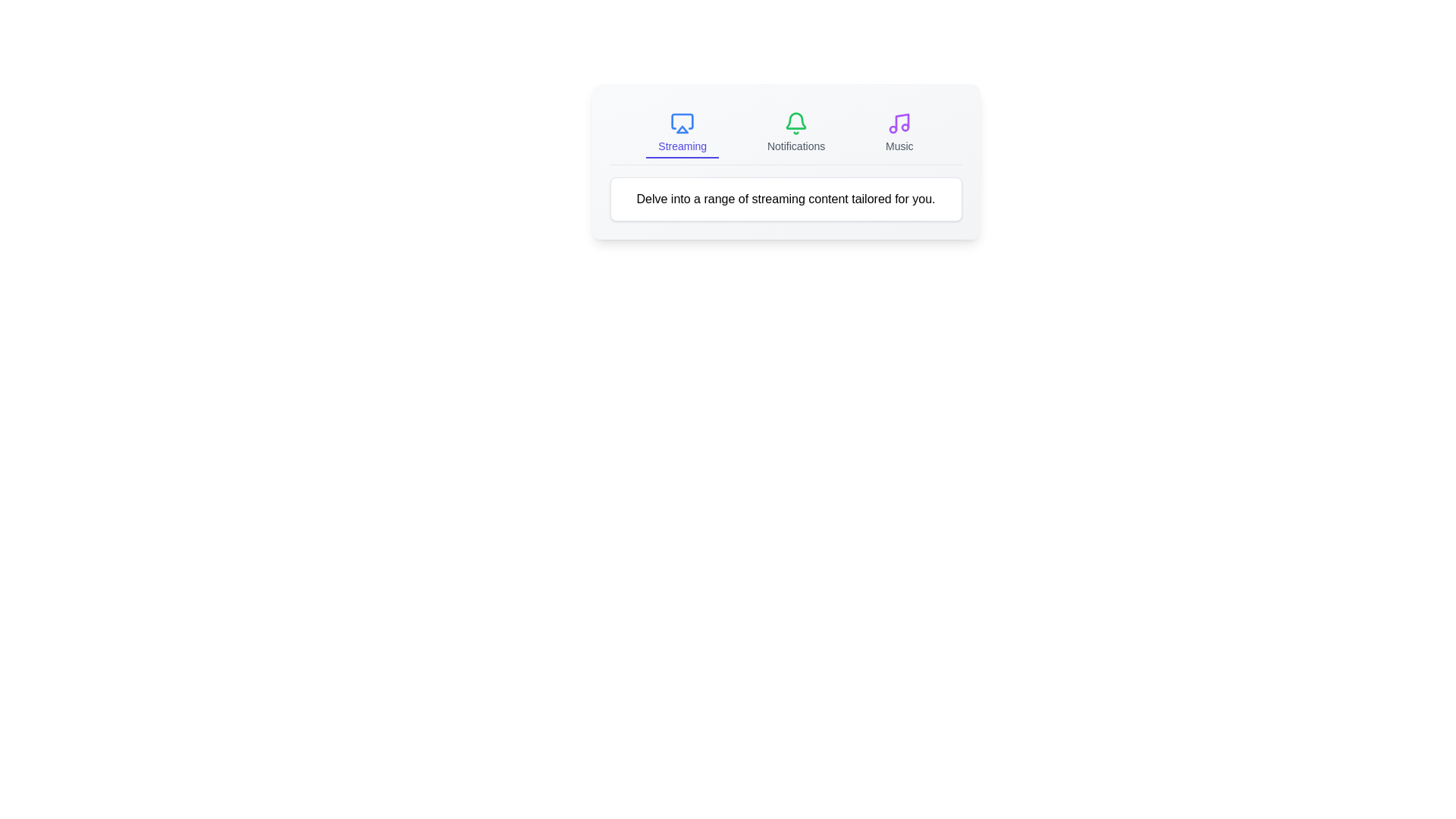 The image size is (1456, 819). What do you see at coordinates (682, 133) in the screenshot?
I see `the tab labeled Streaming` at bounding box center [682, 133].